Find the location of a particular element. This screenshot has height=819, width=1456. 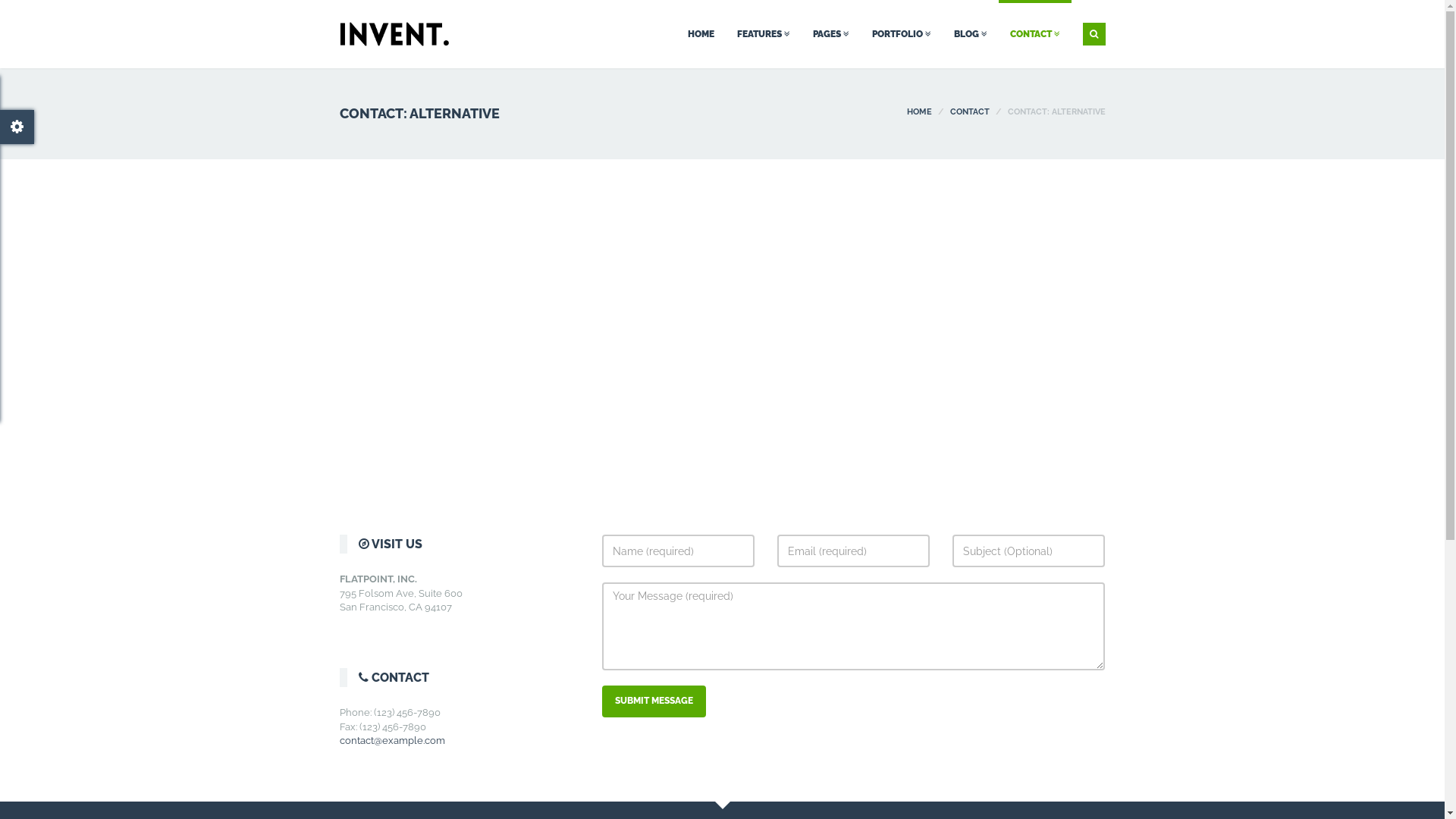

'contact@example.com' is located at coordinates (392, 739).